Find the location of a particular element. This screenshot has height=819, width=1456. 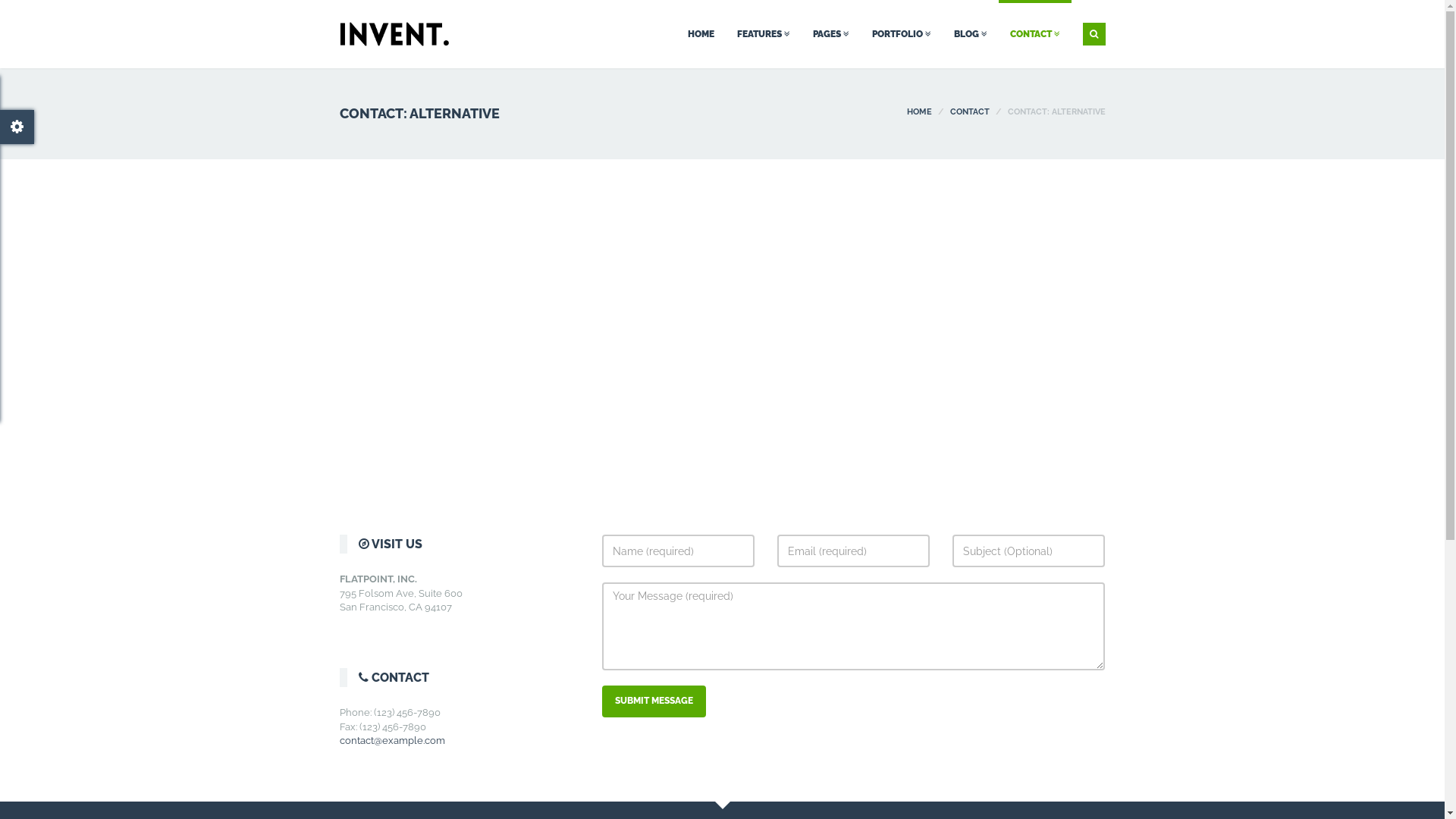

'contact@example.com' is located at coordinates (392, 739).